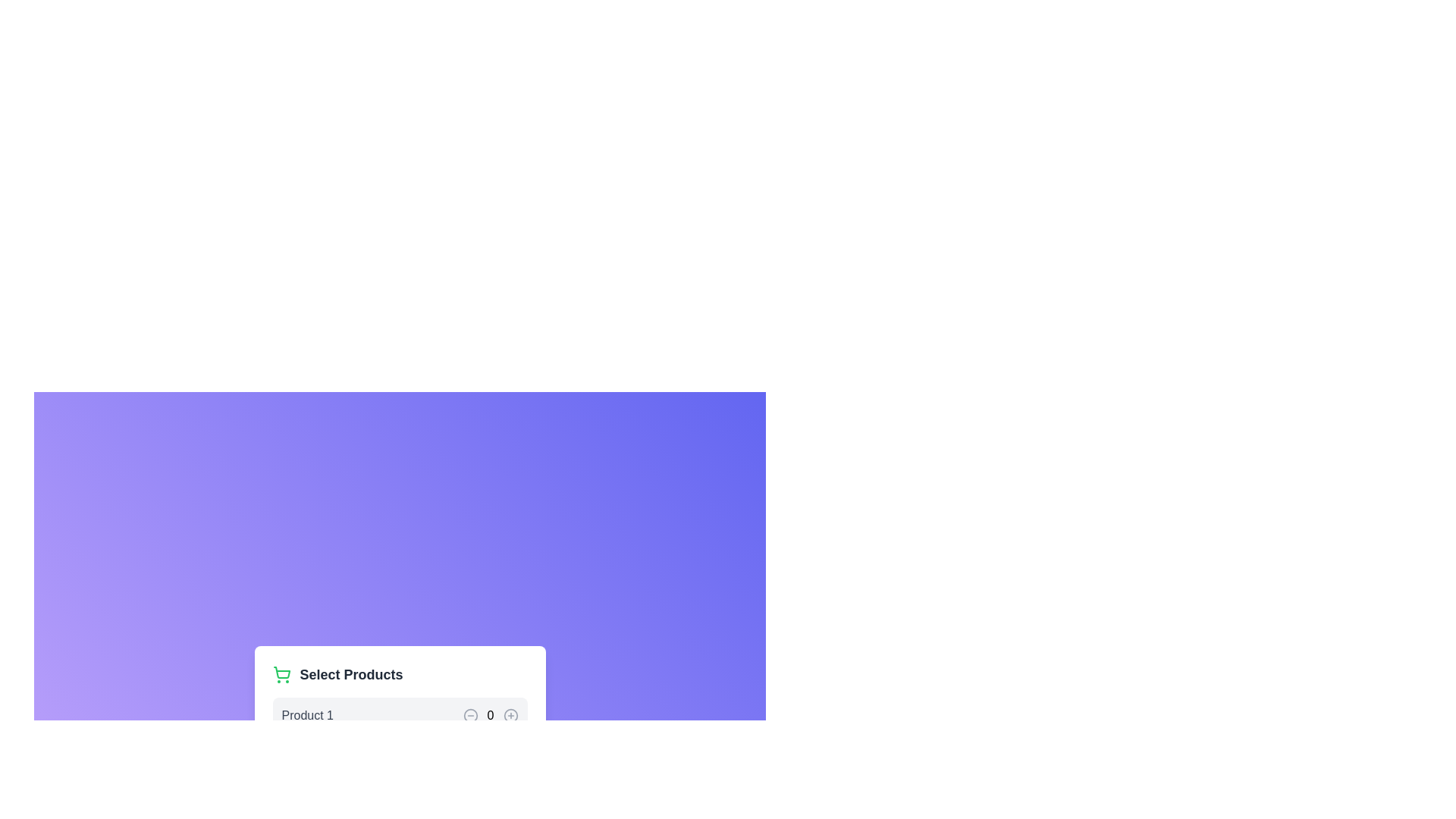 The height and width of the screenshot is (819, 1456). What do you see at coordinates (469, 758) in the screenshot?
I see `the circular minus button styled in gray that turns red when hovered, located to the left of the number 0 and right of 'Product 1'` at bounding box center [469, 758].